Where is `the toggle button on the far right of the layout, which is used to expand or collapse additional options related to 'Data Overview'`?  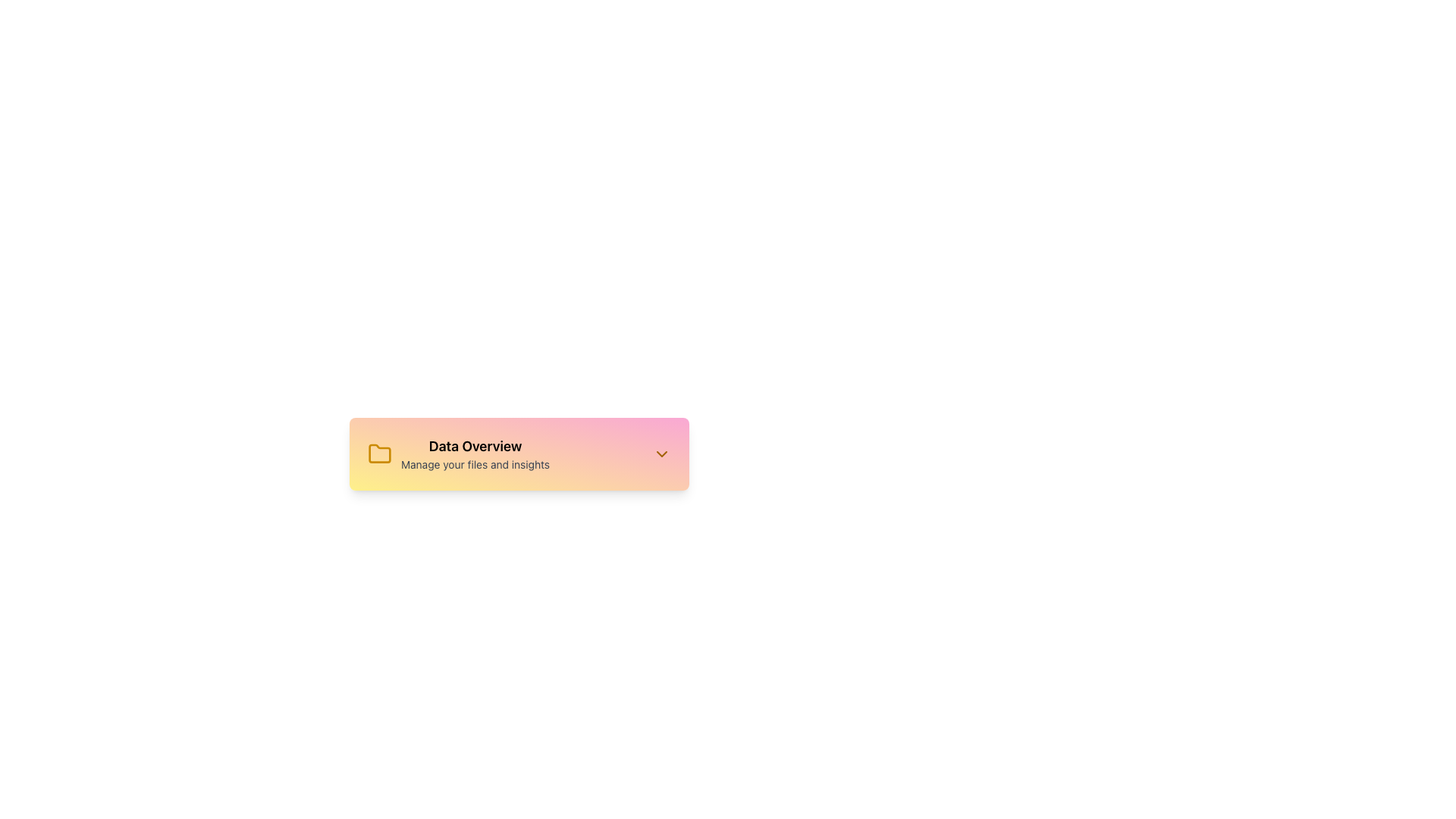 the toggle button on the far right of the layout, which is used to expand or collapse additional options related to 'Data Overview' is located at coordinates (662, 453).